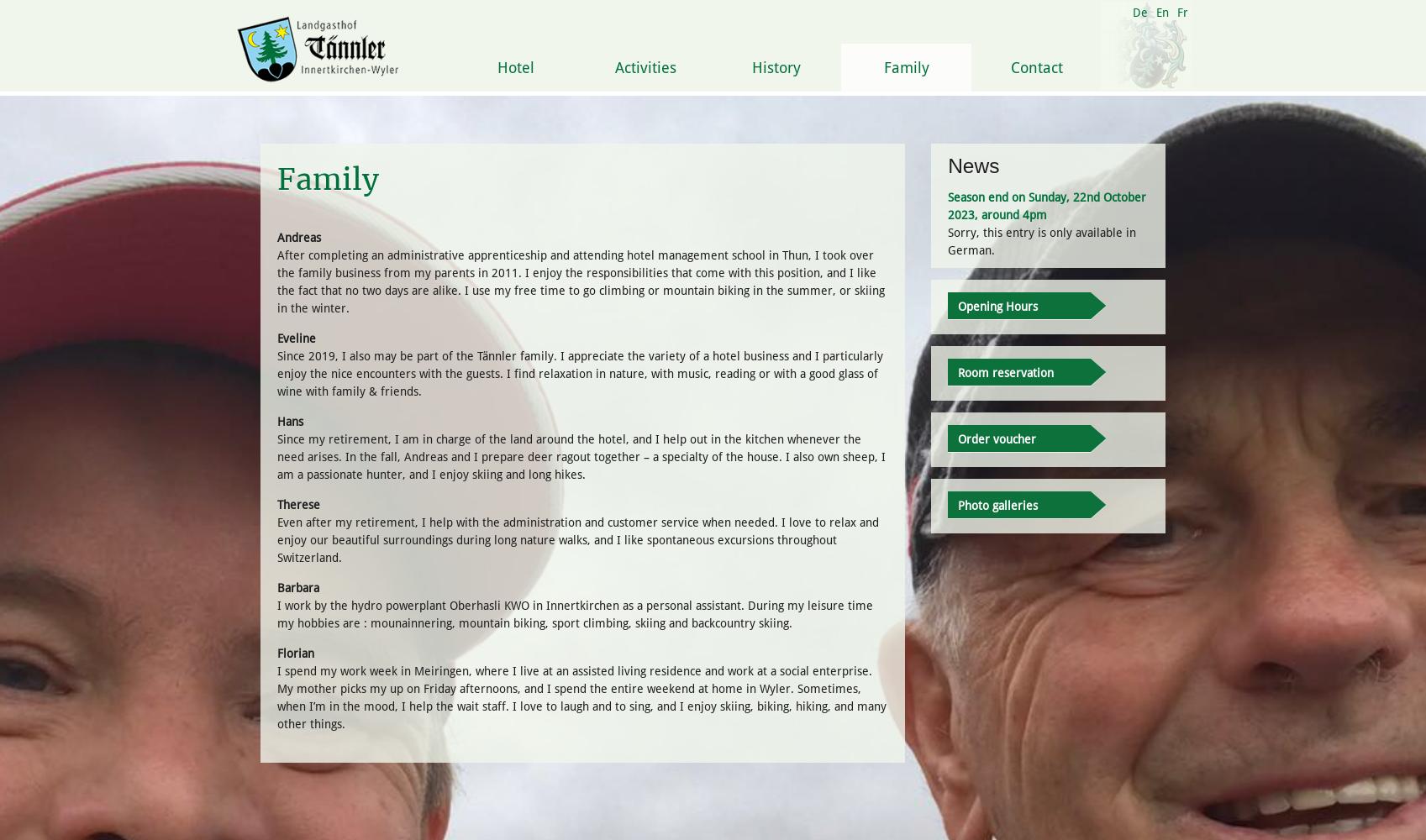 This screenshot has width=1426, height=840. I want to click on 'Family', so click(326, 179).